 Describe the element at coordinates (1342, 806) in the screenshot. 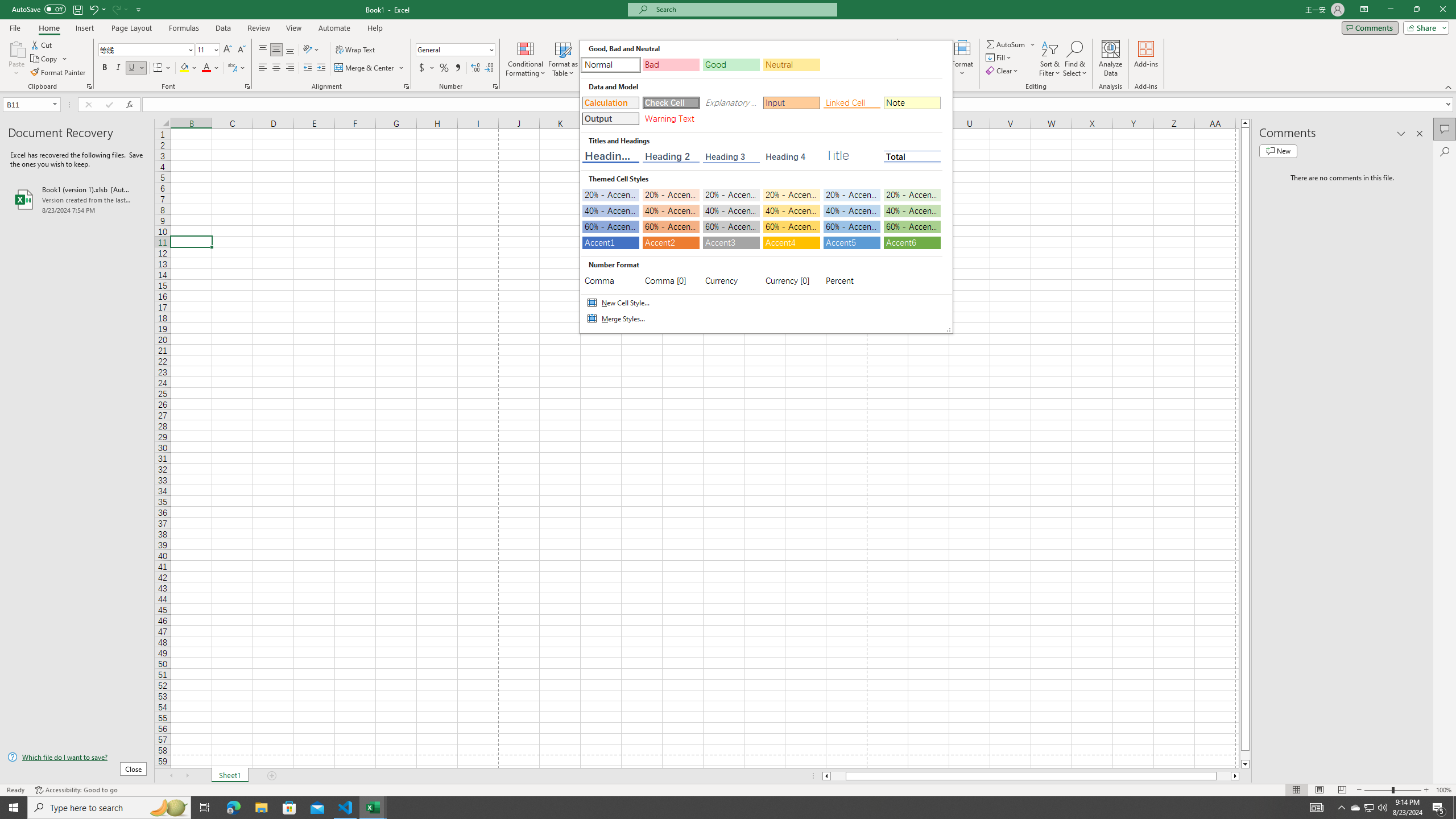

I see `'Notification Chevron'` at that location.